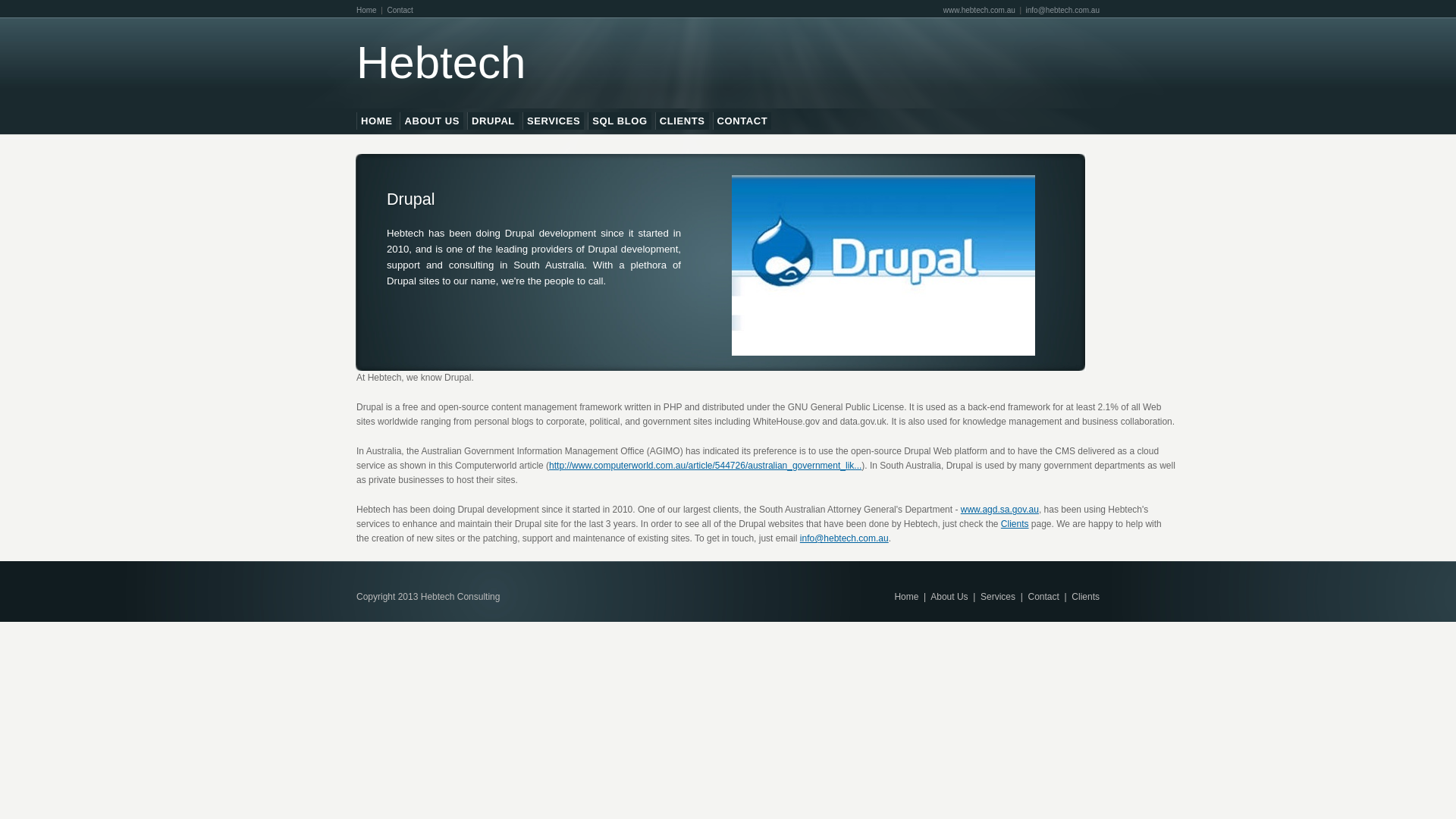  Describe the element at coordinates (1062, 10) in the screenshot. I see `'info@hebtech.com.au'` at that location.